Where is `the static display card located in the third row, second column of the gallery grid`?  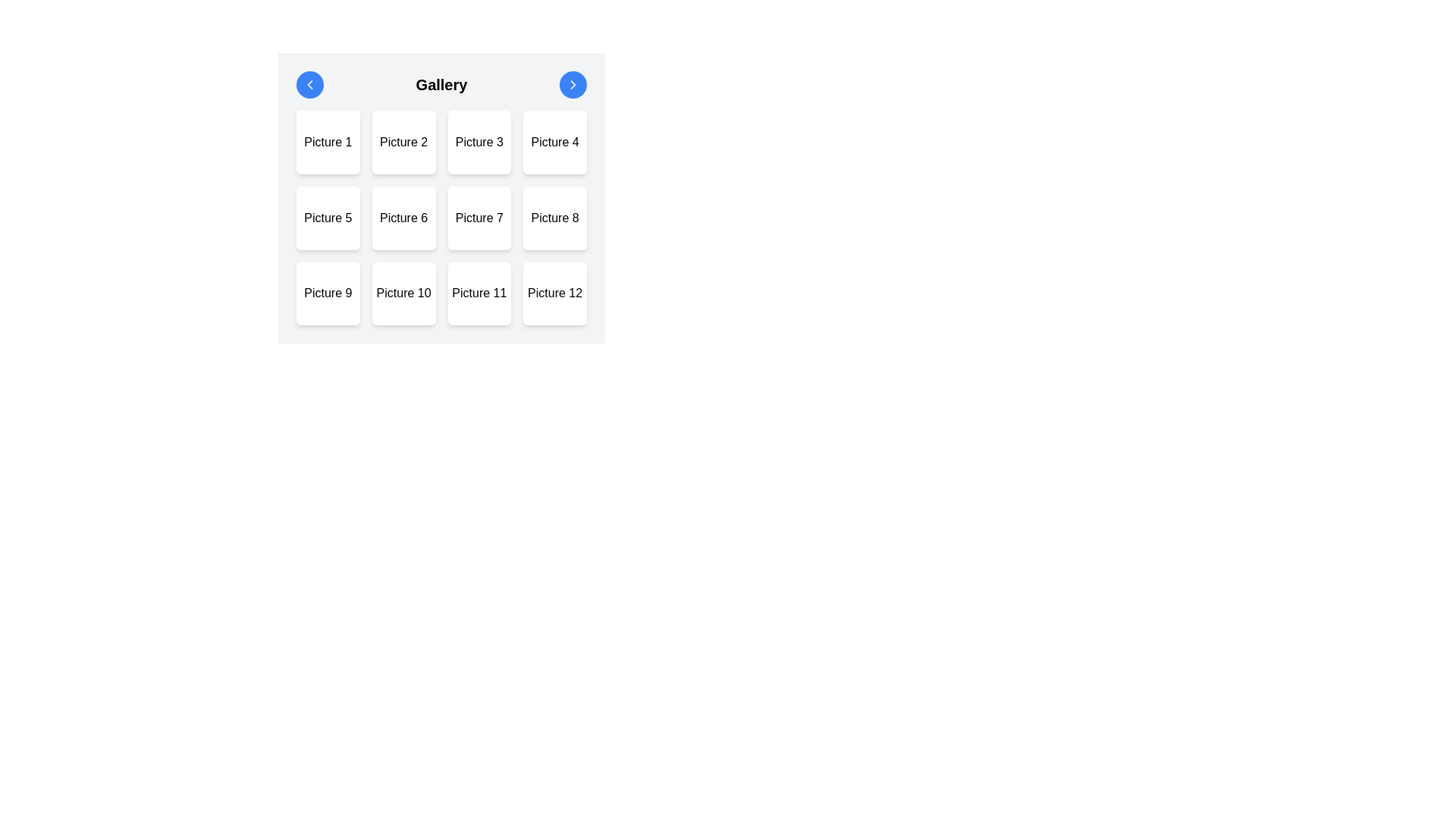
the static display card located in the third row, second column of the gallery grid is located at coordinates (403, 293).